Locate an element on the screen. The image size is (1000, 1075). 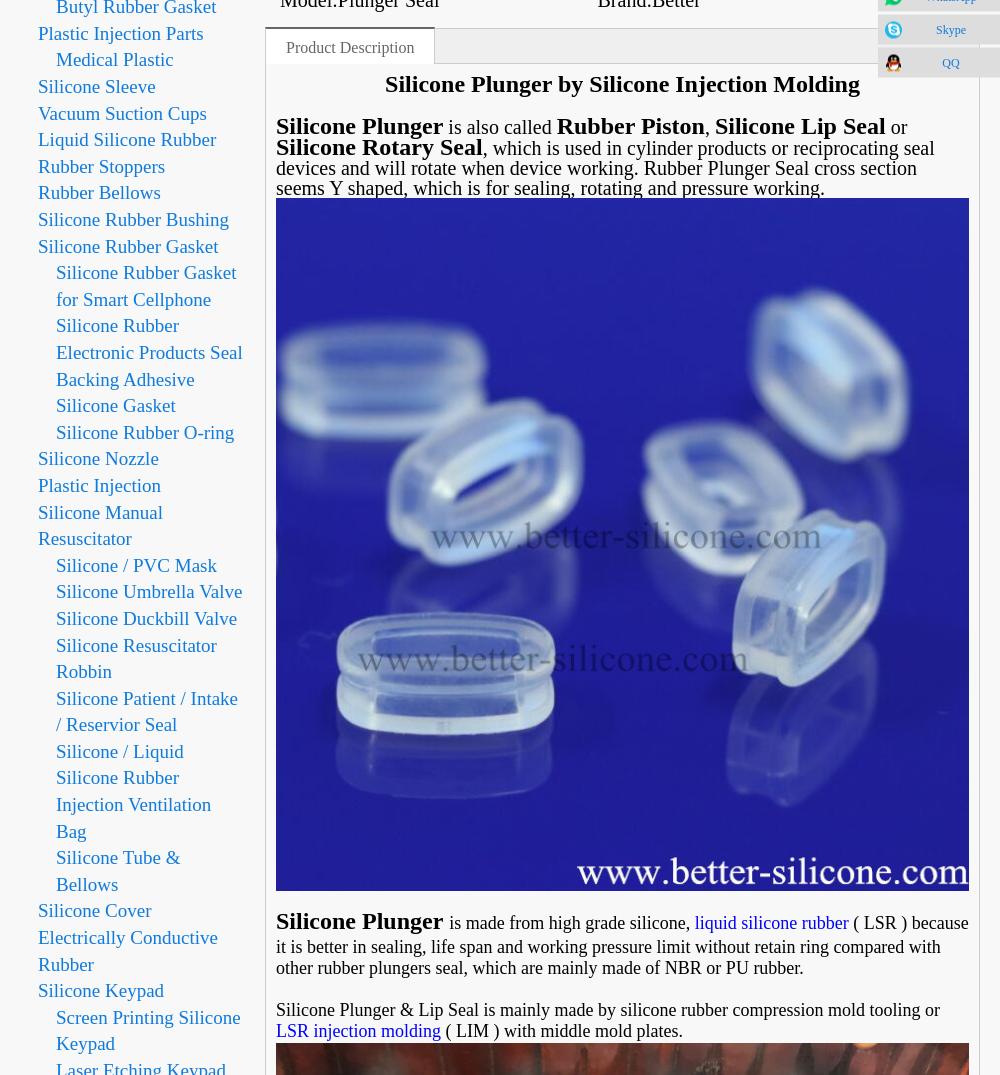
'Silicone Resuscitator Robbin' is located at coordinates (136, 658).